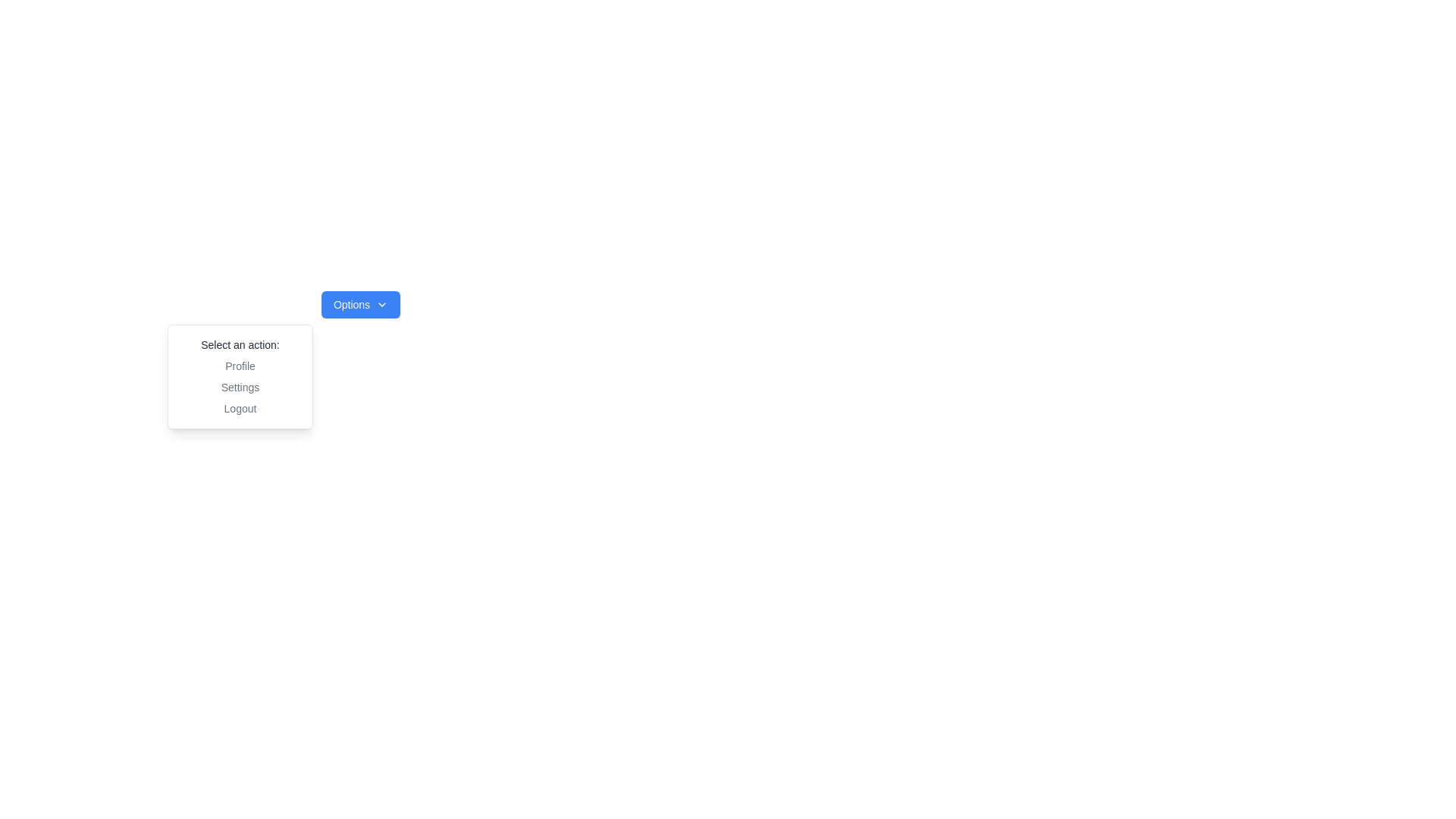 The width and height of the screenshot is (1456, 819). What do you see at coordinates (239, 386) in the screenshot?
I see `the static text label displaying 'Settings', which is less emphasized and located between 'Profile' and 'Logout' in the list` at bounding box center [239, 386].